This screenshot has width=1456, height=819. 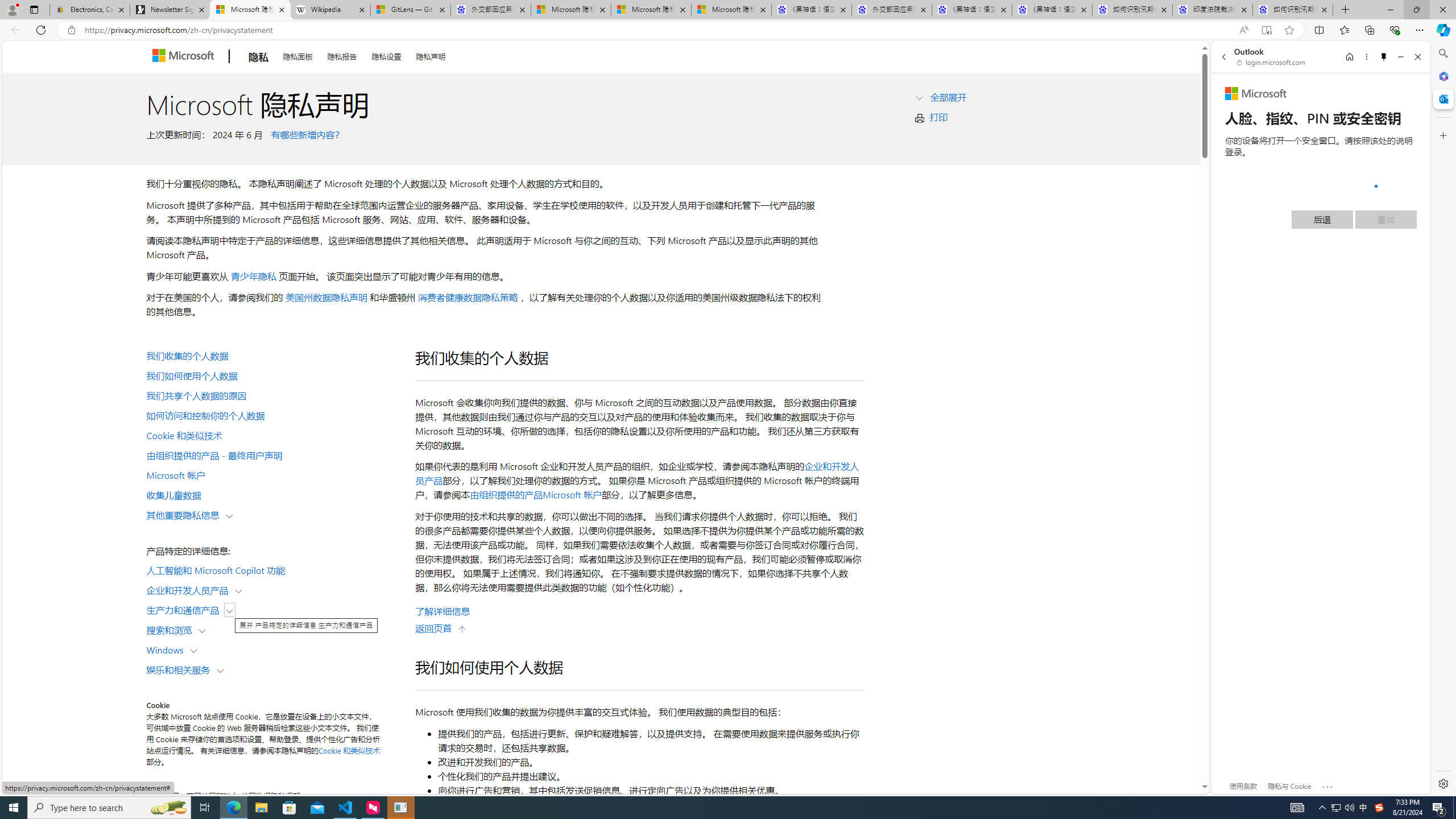 What do you see at coordinates (167, 649) in the screenshot?
I see `'Windows'` at bounding box center [167, 649].